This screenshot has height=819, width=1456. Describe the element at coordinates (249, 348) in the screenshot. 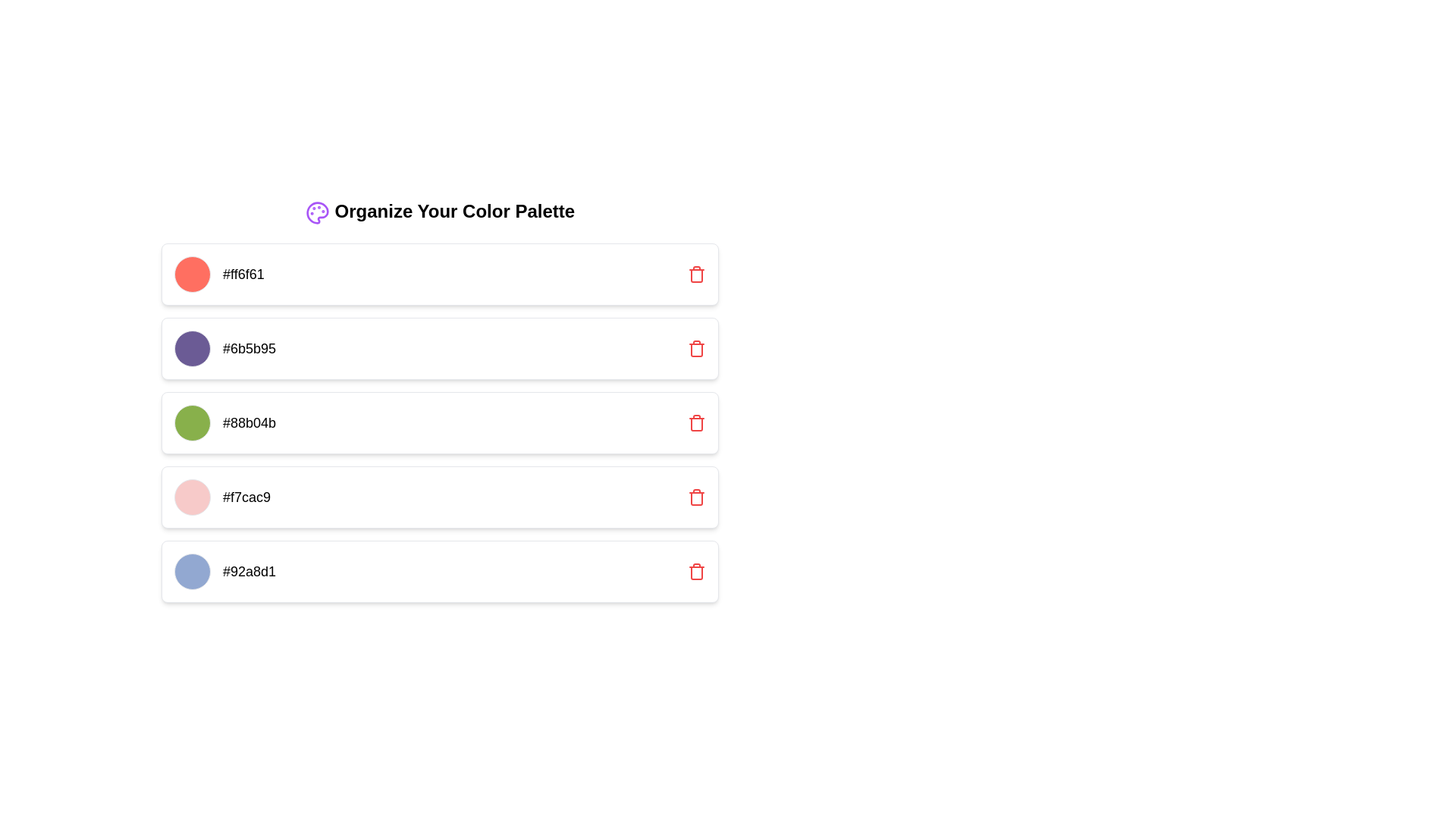

I see `the text display element that shows the hexadecimal color value associated with the purple circular color preview in the second item of the list under 'Organize Your Color Palette'` at that location.